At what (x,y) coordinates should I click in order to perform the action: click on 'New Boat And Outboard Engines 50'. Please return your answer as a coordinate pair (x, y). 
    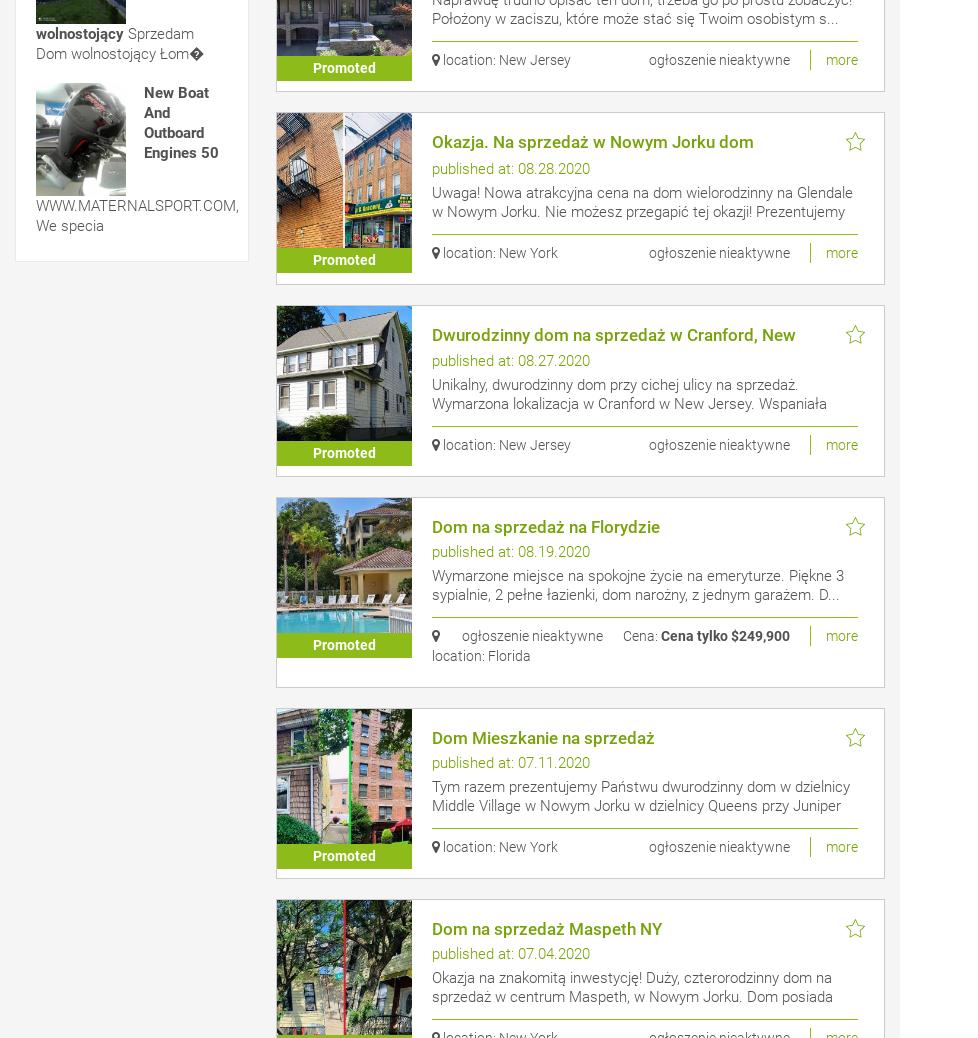
    Looking at the image, I should click on (181, 122).